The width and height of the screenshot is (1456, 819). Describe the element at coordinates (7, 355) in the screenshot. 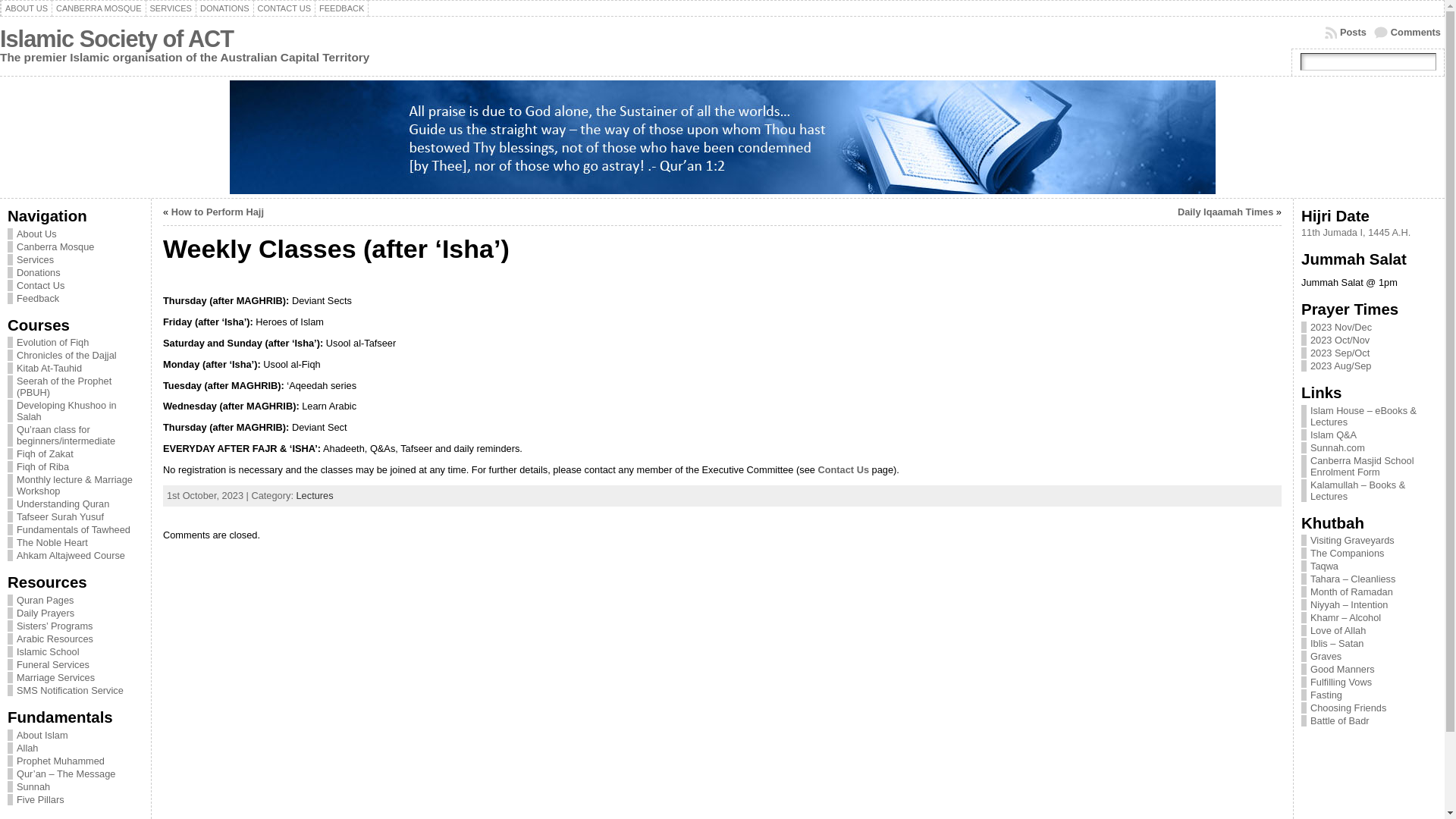

I see `'Chronicles of the Dajjal'` at that location.